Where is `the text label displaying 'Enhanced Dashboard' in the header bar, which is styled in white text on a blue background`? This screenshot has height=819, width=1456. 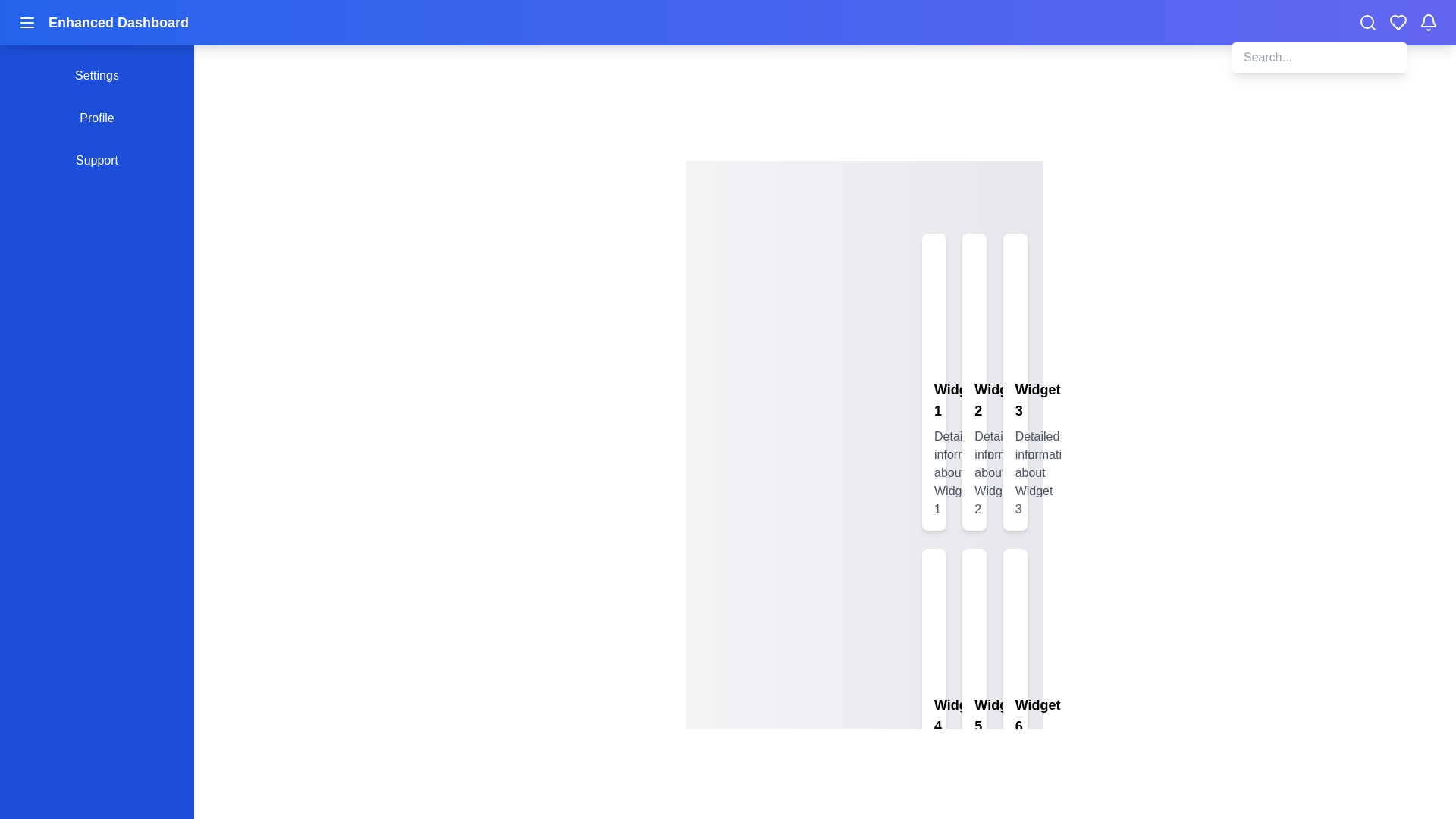
the text label displaying 'Enhanced Dashboard' in the header bar, which is styled in white text on a blue background is located at coordinates (118, 23).